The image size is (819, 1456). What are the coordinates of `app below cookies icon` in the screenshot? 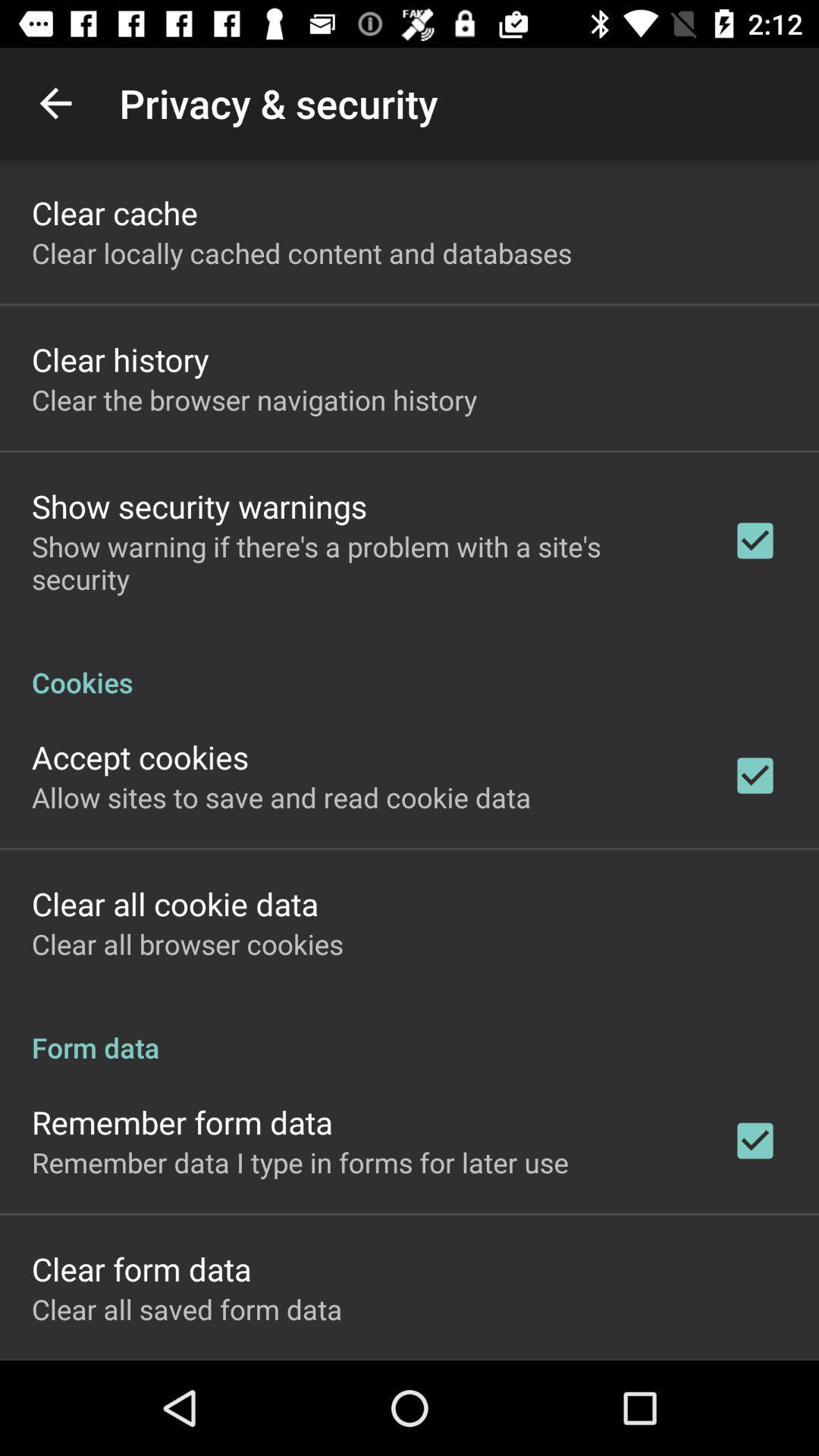 It's located at (140, 757).